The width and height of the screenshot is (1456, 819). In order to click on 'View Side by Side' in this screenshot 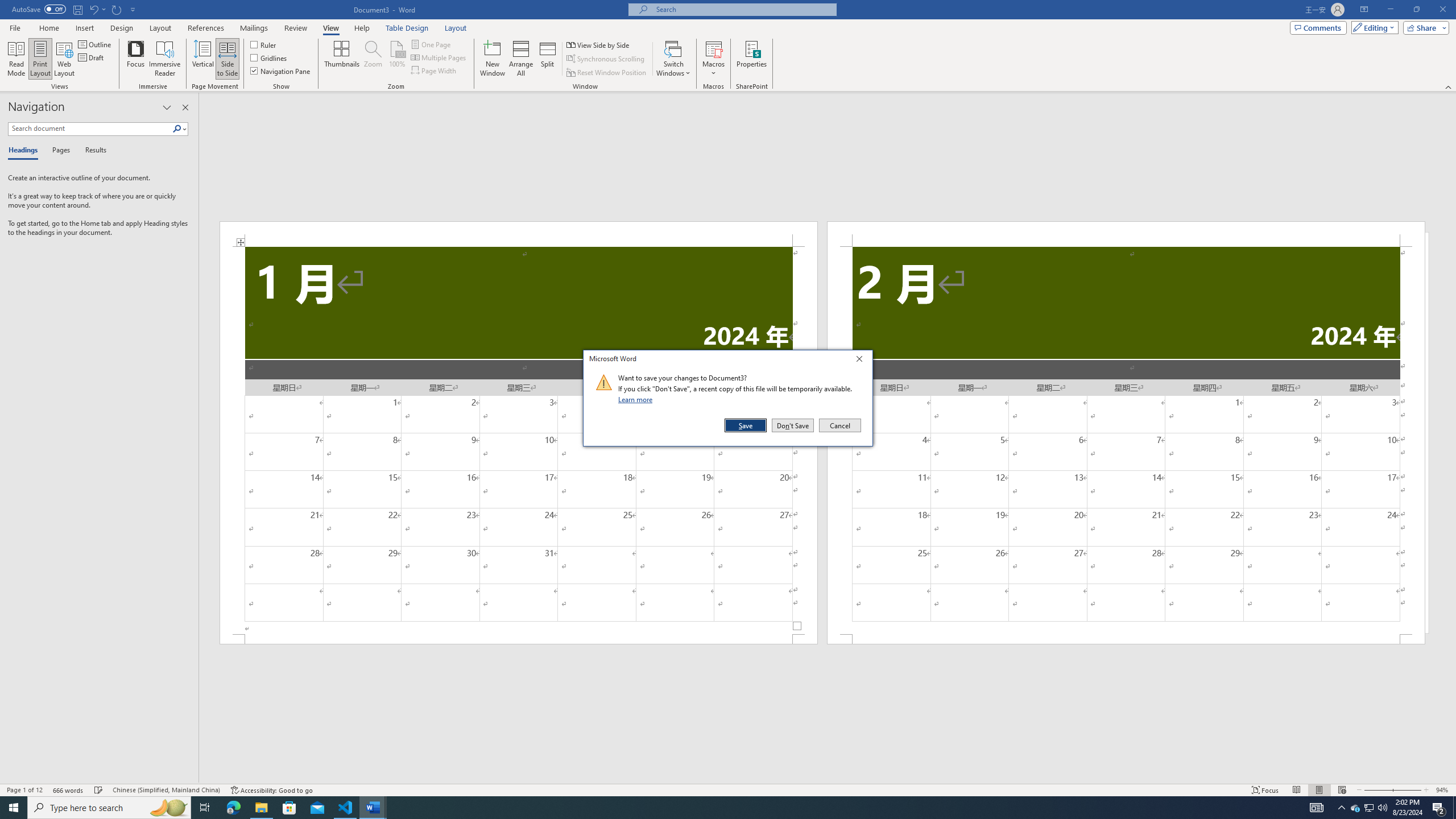, I will do `click(598, 44)`.